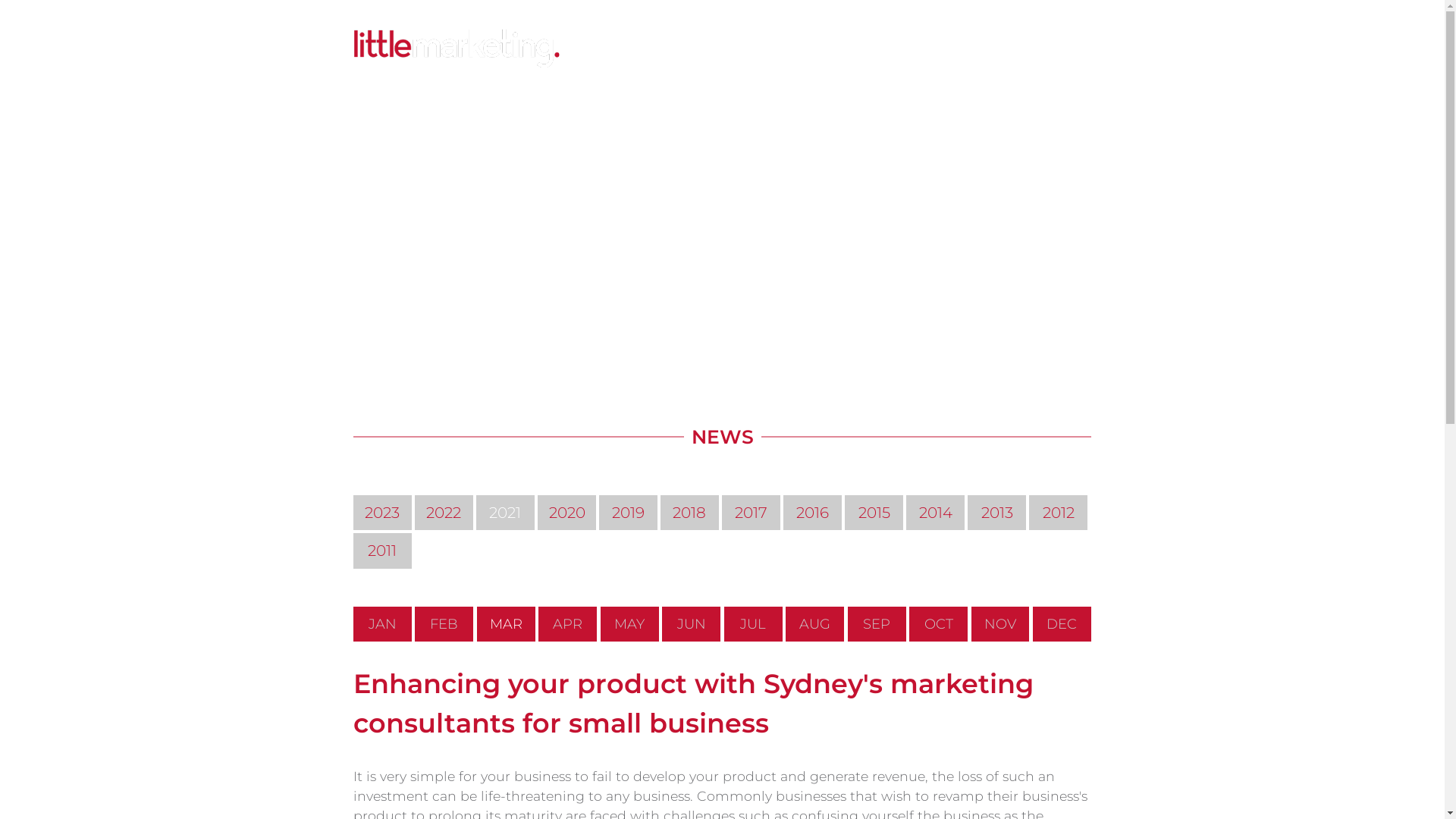  I want to click on 'CONTACT', so click(1016, 49).